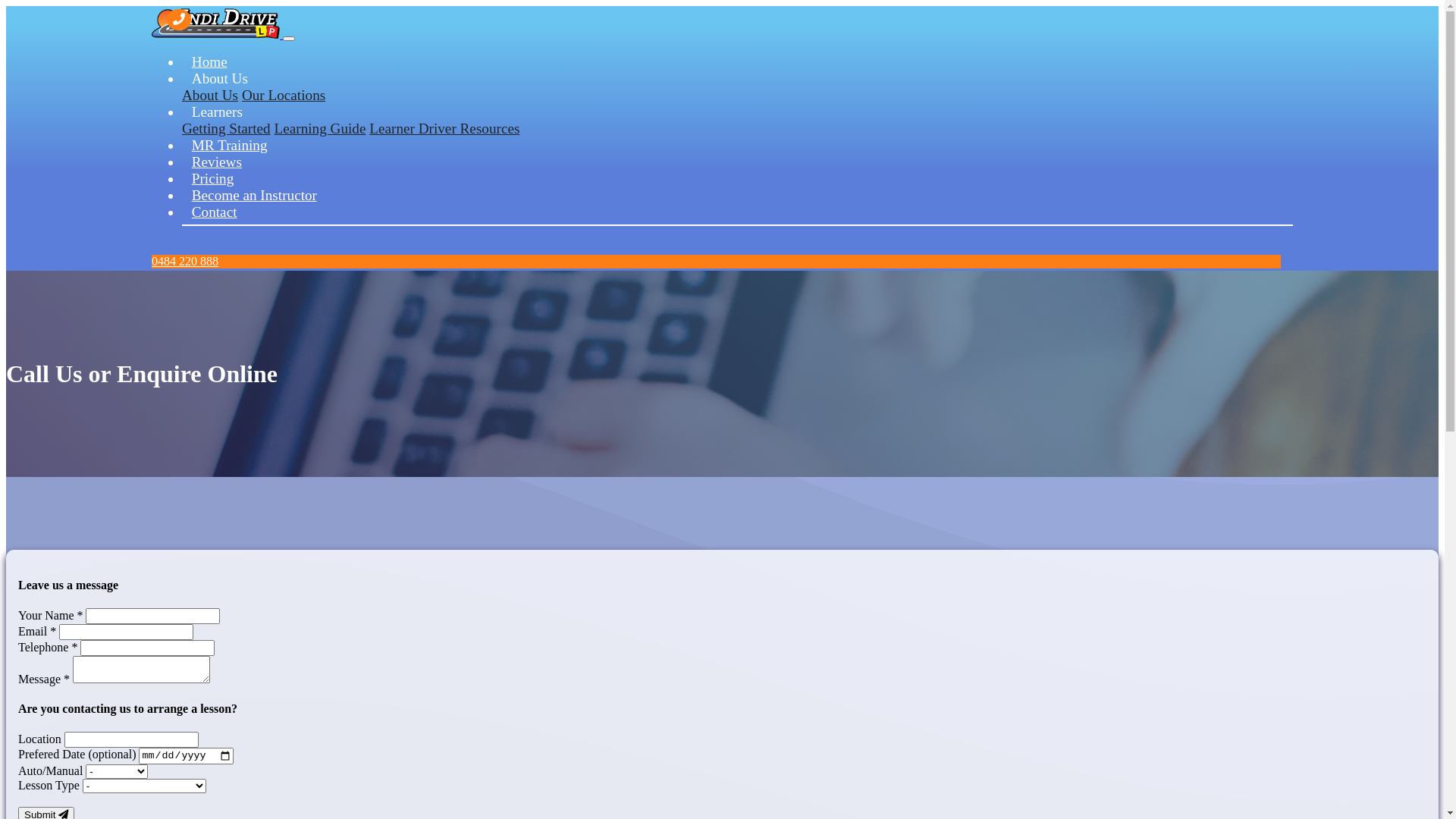  Describe the element at coordinates (209, 61) in the screenshot. I see `'Home'` at that location.